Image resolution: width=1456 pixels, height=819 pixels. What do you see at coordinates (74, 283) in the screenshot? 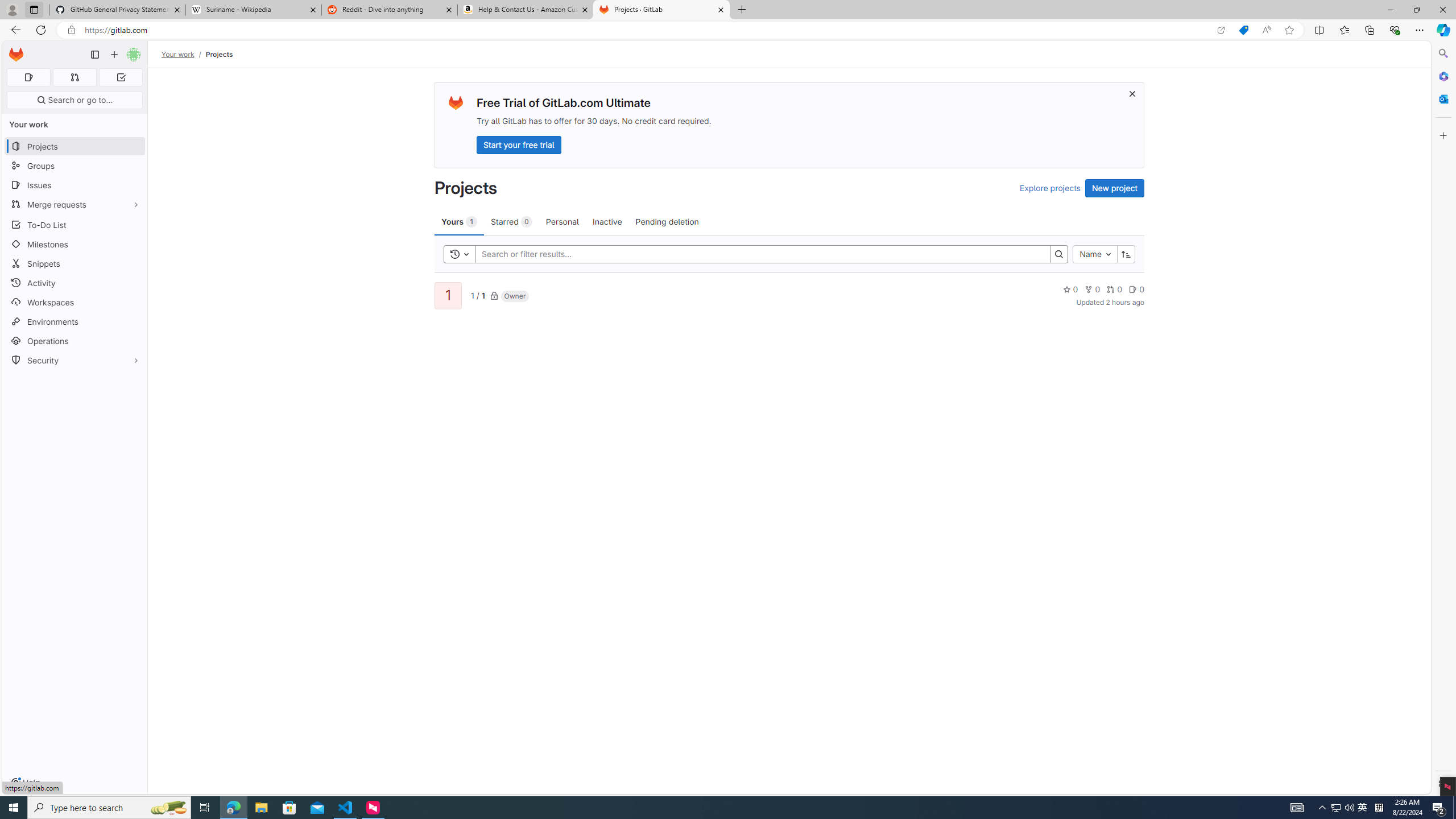
I see `'Activity'` at bounding box center [74, 283].